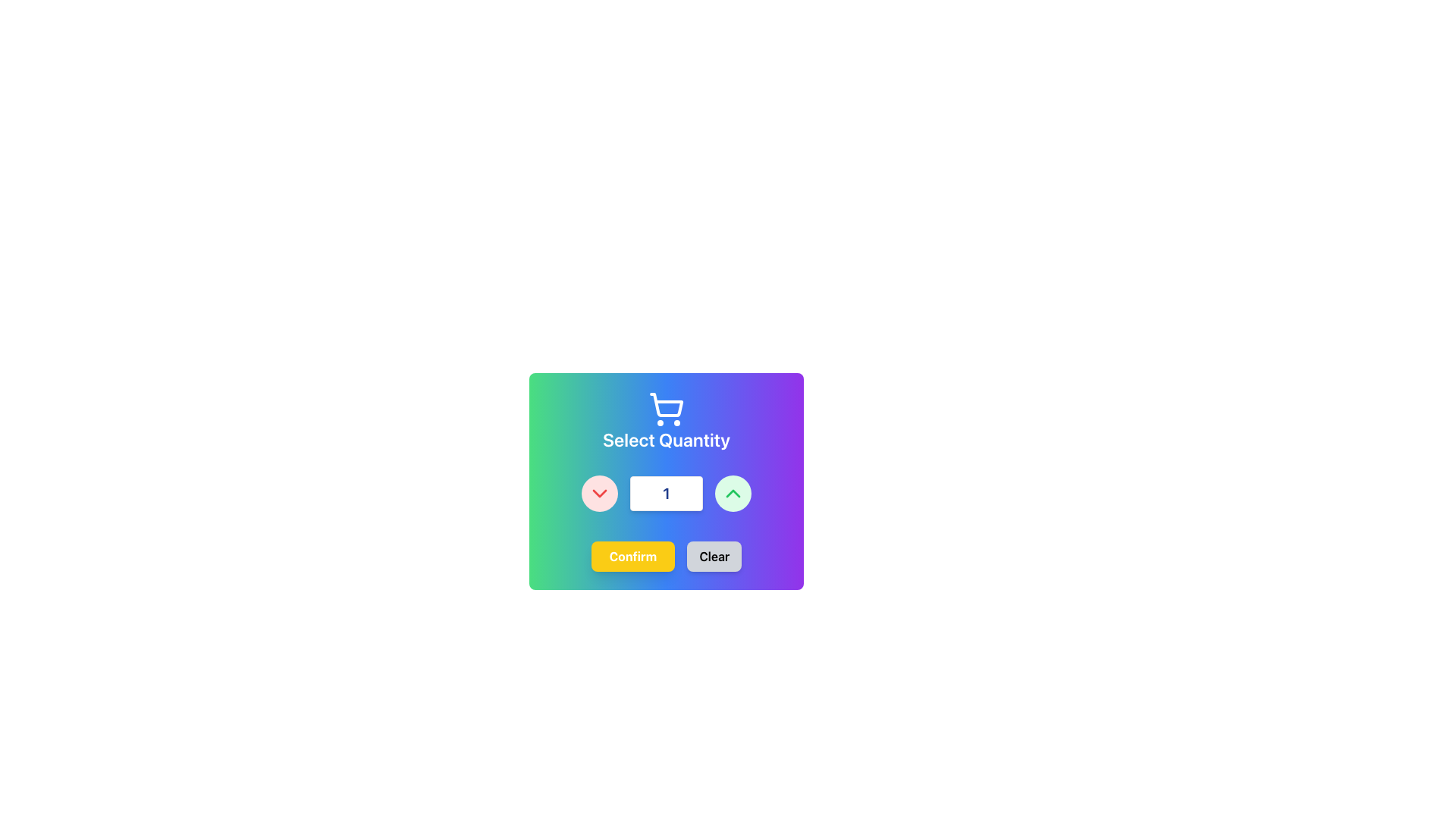  What do you see at coordinates (599, 494) in the screenshot?
I see `the circular decrement button with a light red background and darker red chevron, located on the left side of the numeric input field displaying '1'` at bounding box center [599, 494].